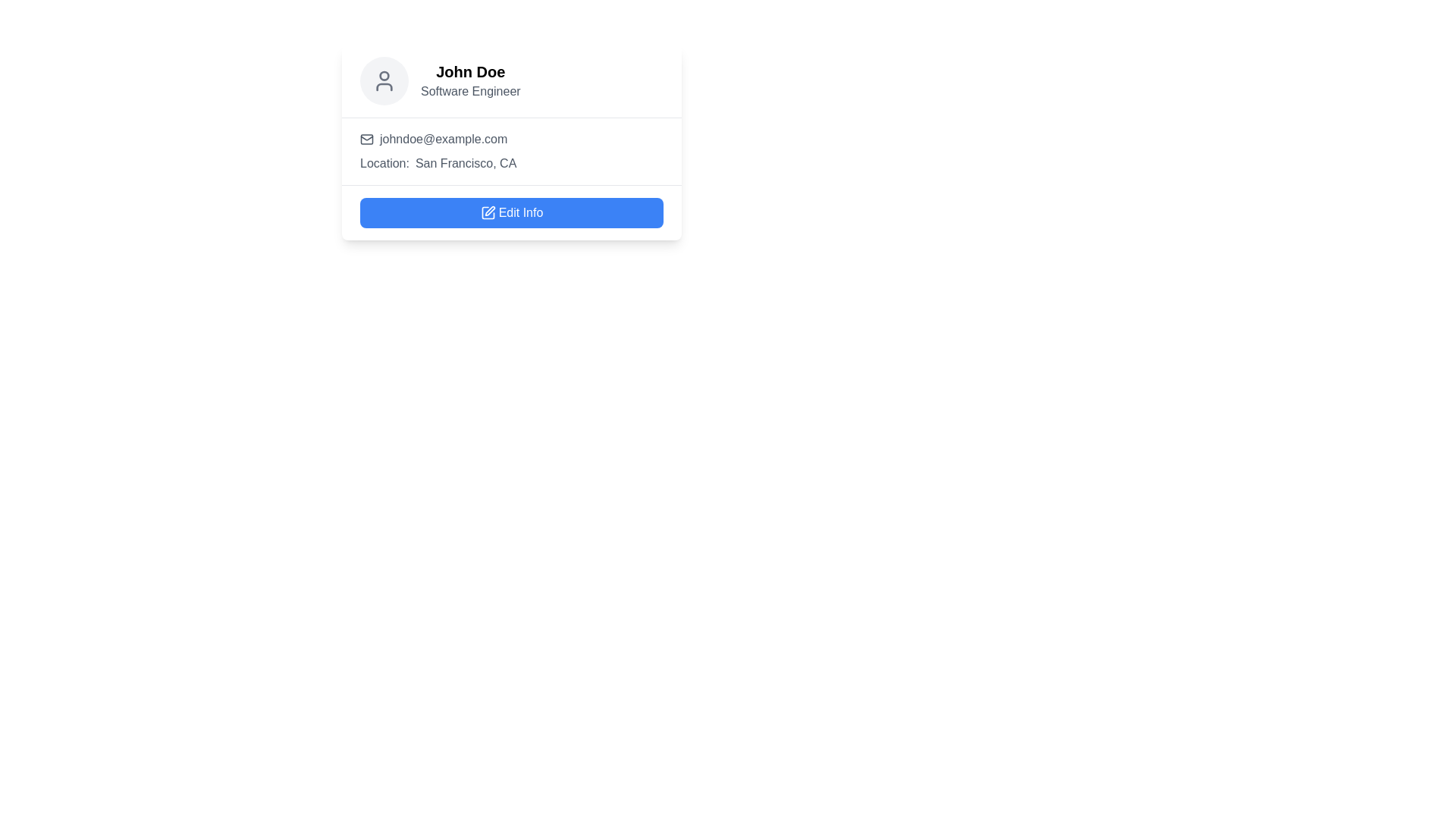  Describe the element at coordinates (512, 213) in the screenshot. I see `the blue button labeled 'Edit Info' with a pen icon to activate accessibility features` at that location.